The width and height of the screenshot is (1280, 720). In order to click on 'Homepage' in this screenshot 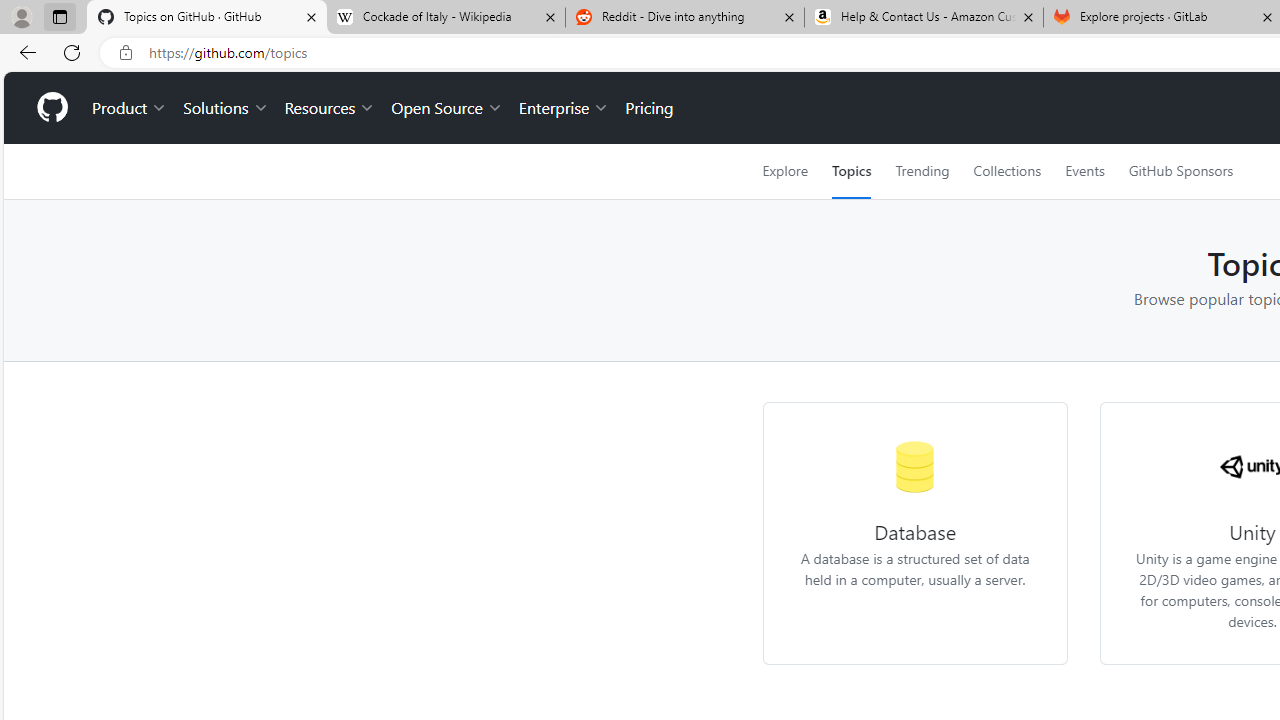, I will do `click(51, 108)`.